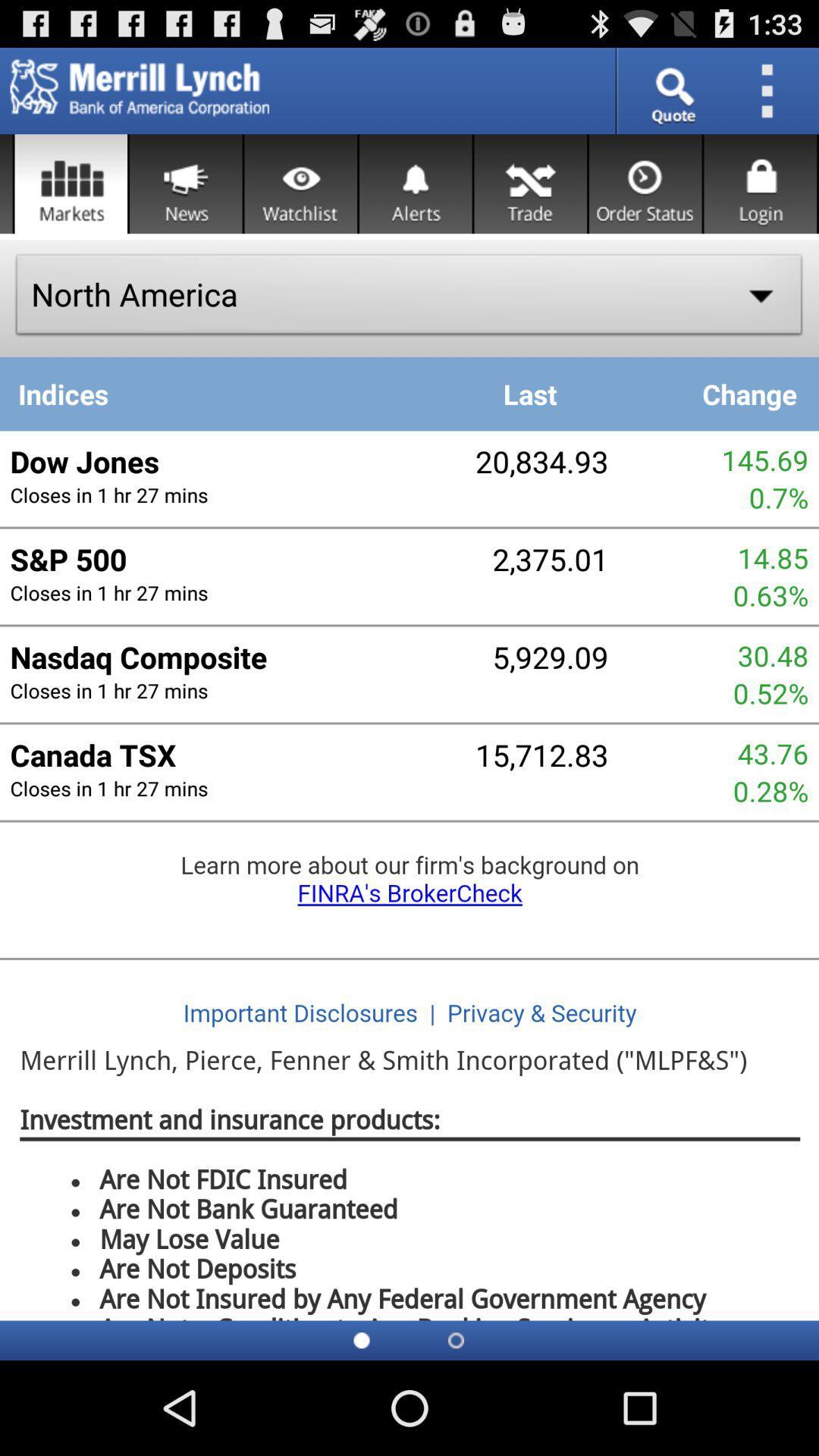 The height and width of the screenshot is (1456, 819). I want to click on shuffle, so click(529, 183).